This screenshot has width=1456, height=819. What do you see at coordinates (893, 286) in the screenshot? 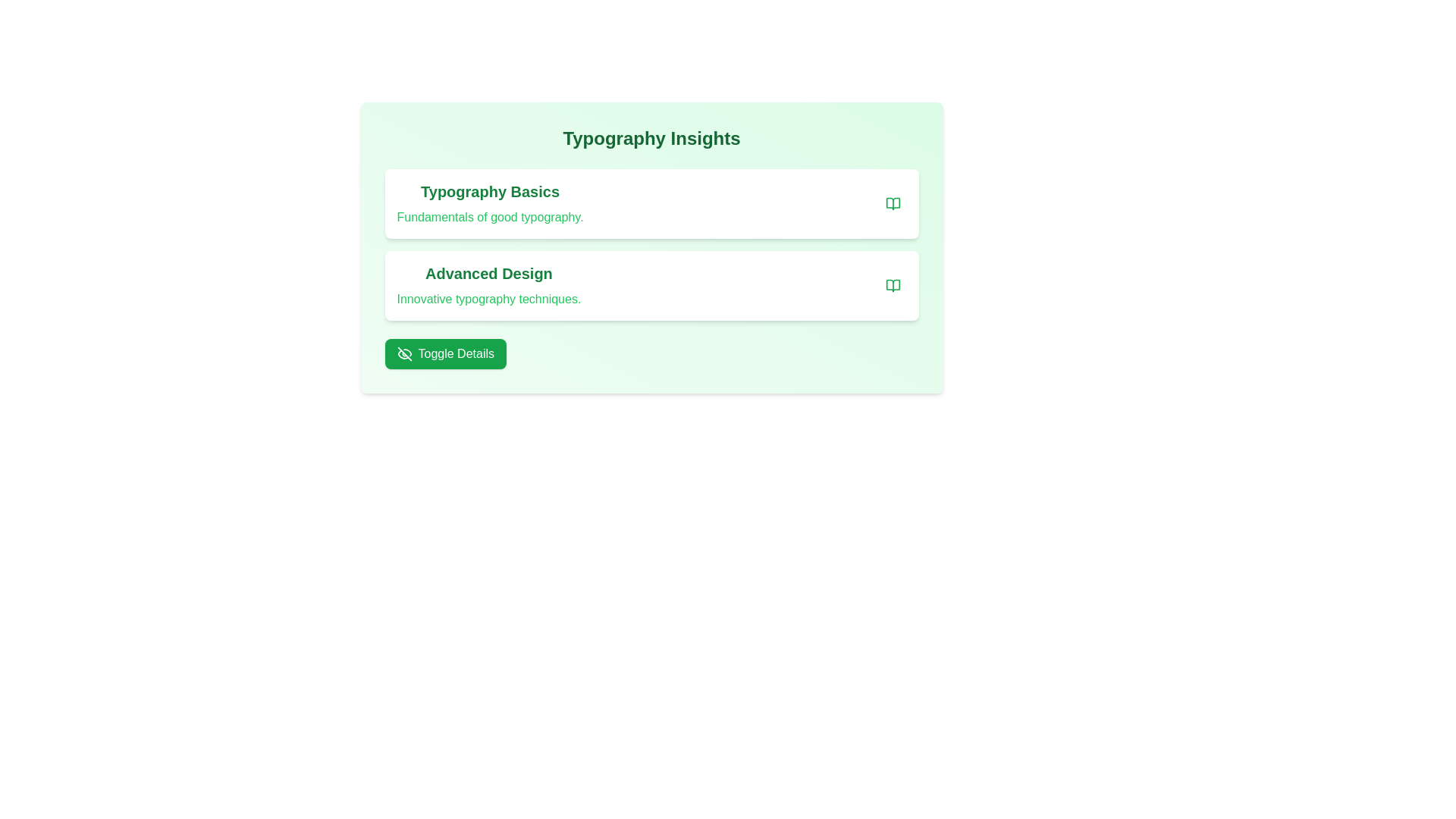
I see `the circular green button containing the open book icon located to the right of the 'Typography Basics' title under 'Typography Insights' for a visual effect` at bounding box center [893, 286].